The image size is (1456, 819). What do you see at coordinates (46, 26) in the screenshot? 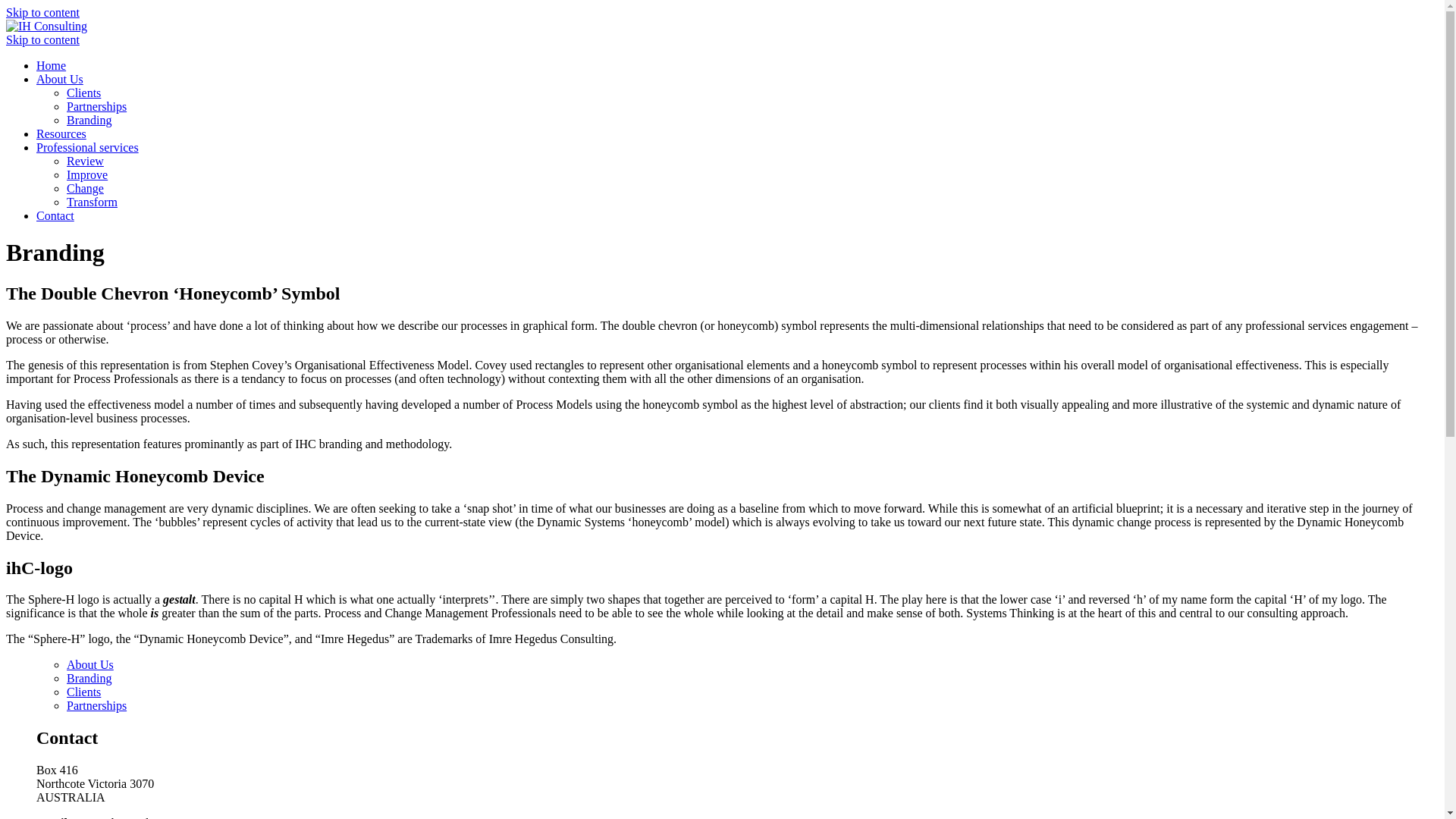
I see `'IH Consulting'` at bounding box center [46, 26].